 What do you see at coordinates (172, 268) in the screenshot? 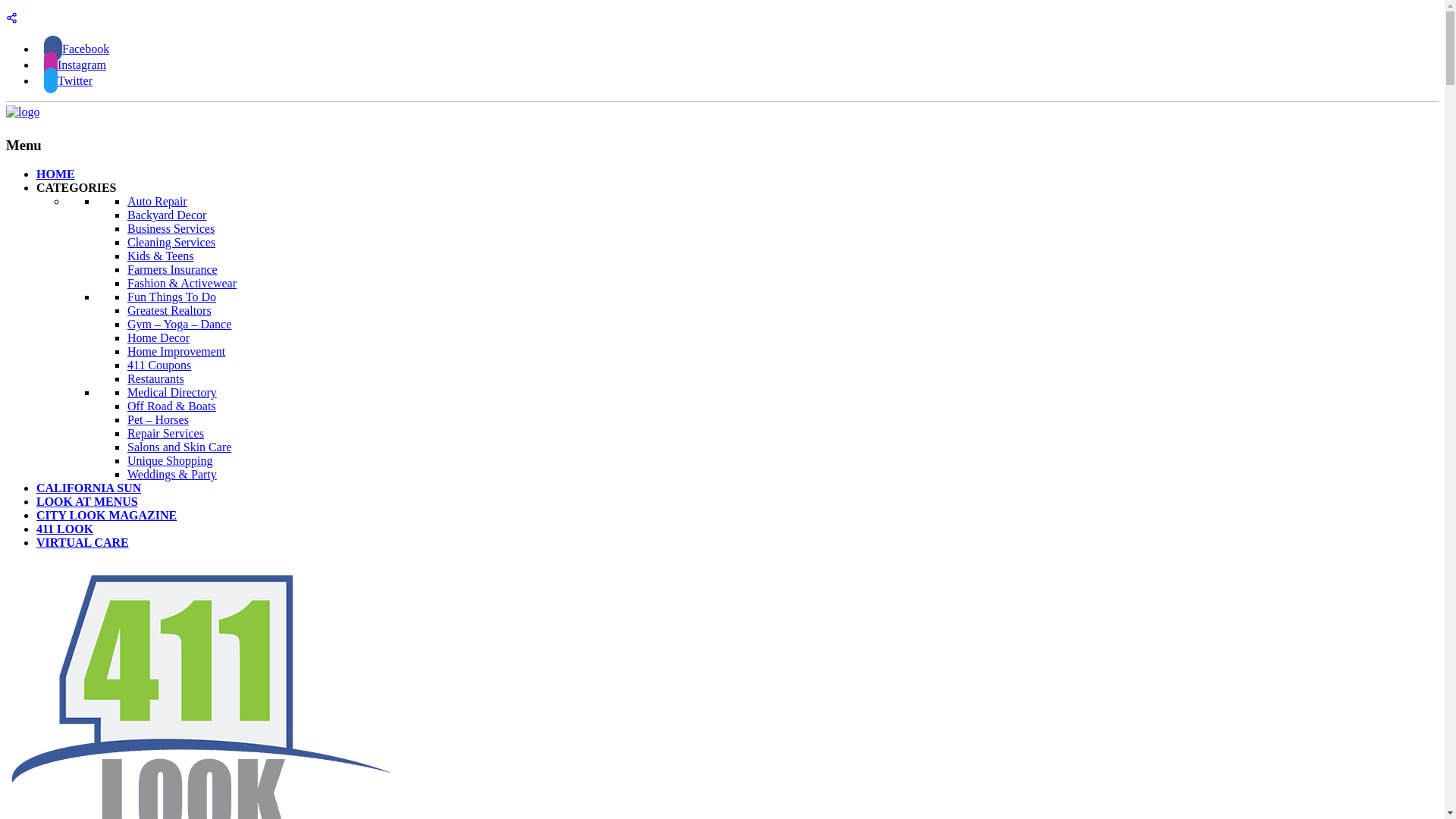
I see `'Farmers Insurance'` at bounding box center [172, 268].